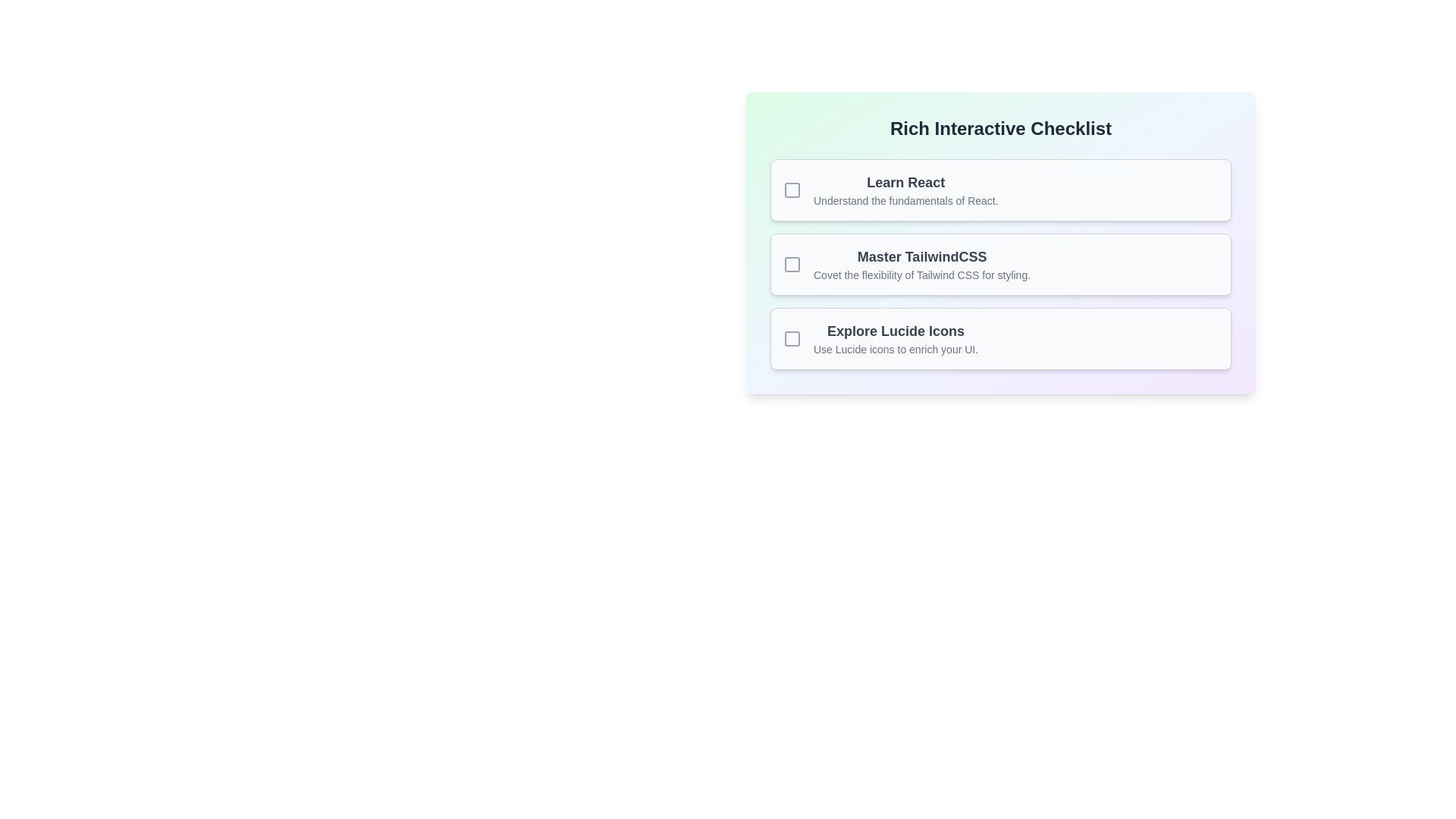 Image resolution: width=1456 pixels, height=819 pixels. I want to click on the descriptive text label that provides context about the checklist item titled 'Explore Lucide Icons,' located directly below the title, so click(896, 350).